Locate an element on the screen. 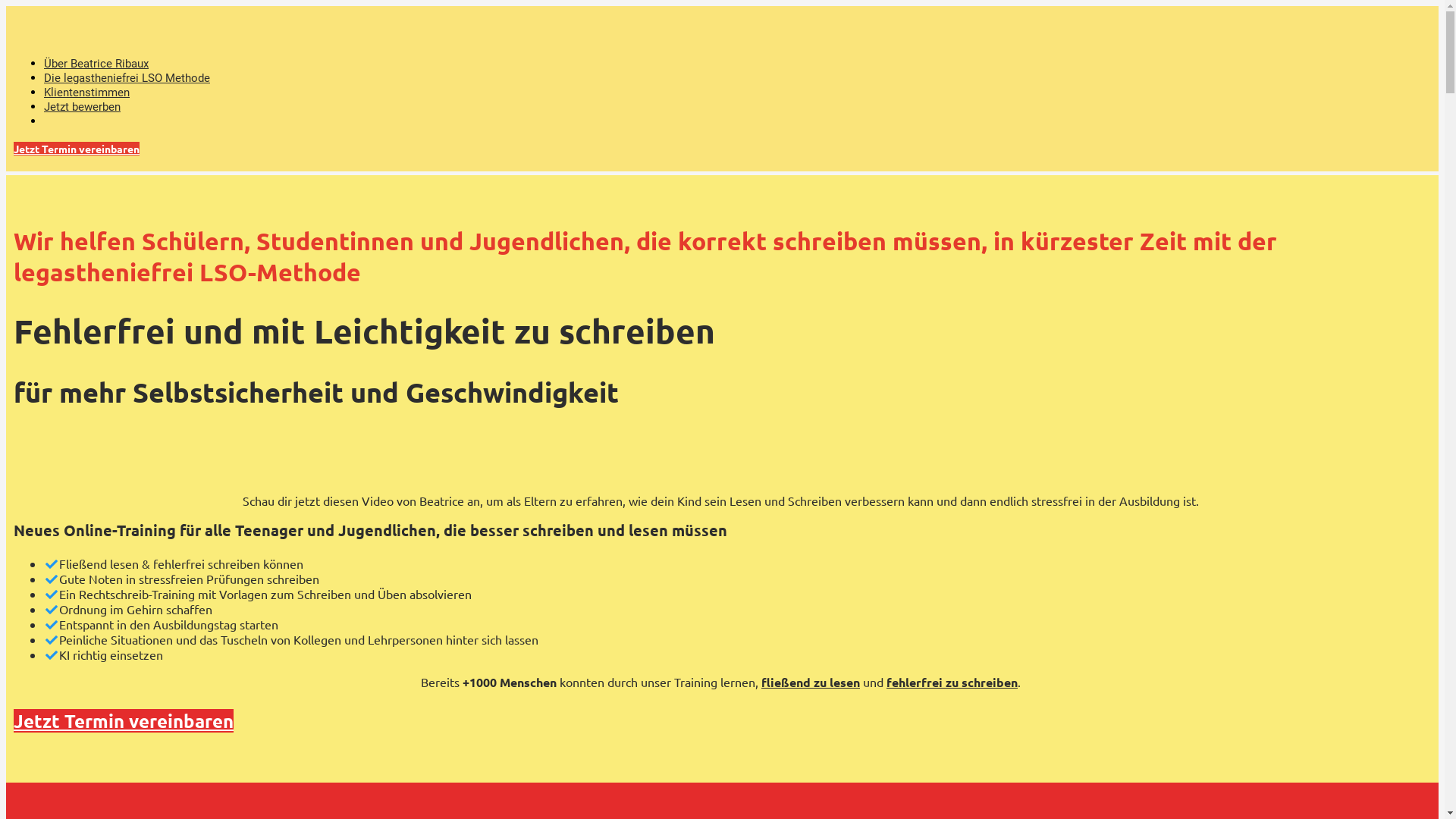 The height and width of the screenshot is (819, 1456). 'Jetzt Termin vereinbaren' is located at coordinates (75, 149).